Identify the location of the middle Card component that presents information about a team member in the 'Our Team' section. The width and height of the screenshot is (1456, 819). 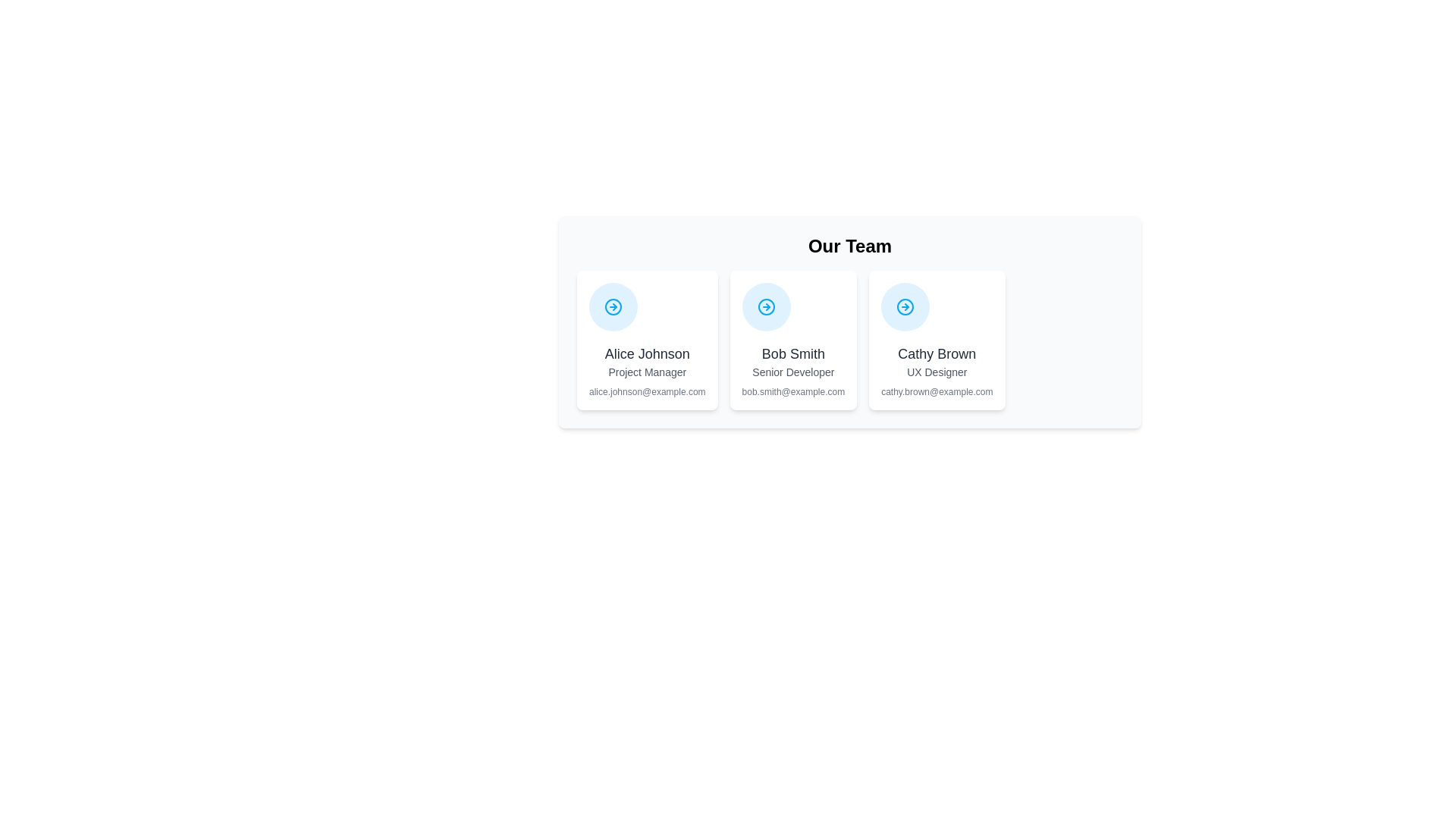
(850, 321).